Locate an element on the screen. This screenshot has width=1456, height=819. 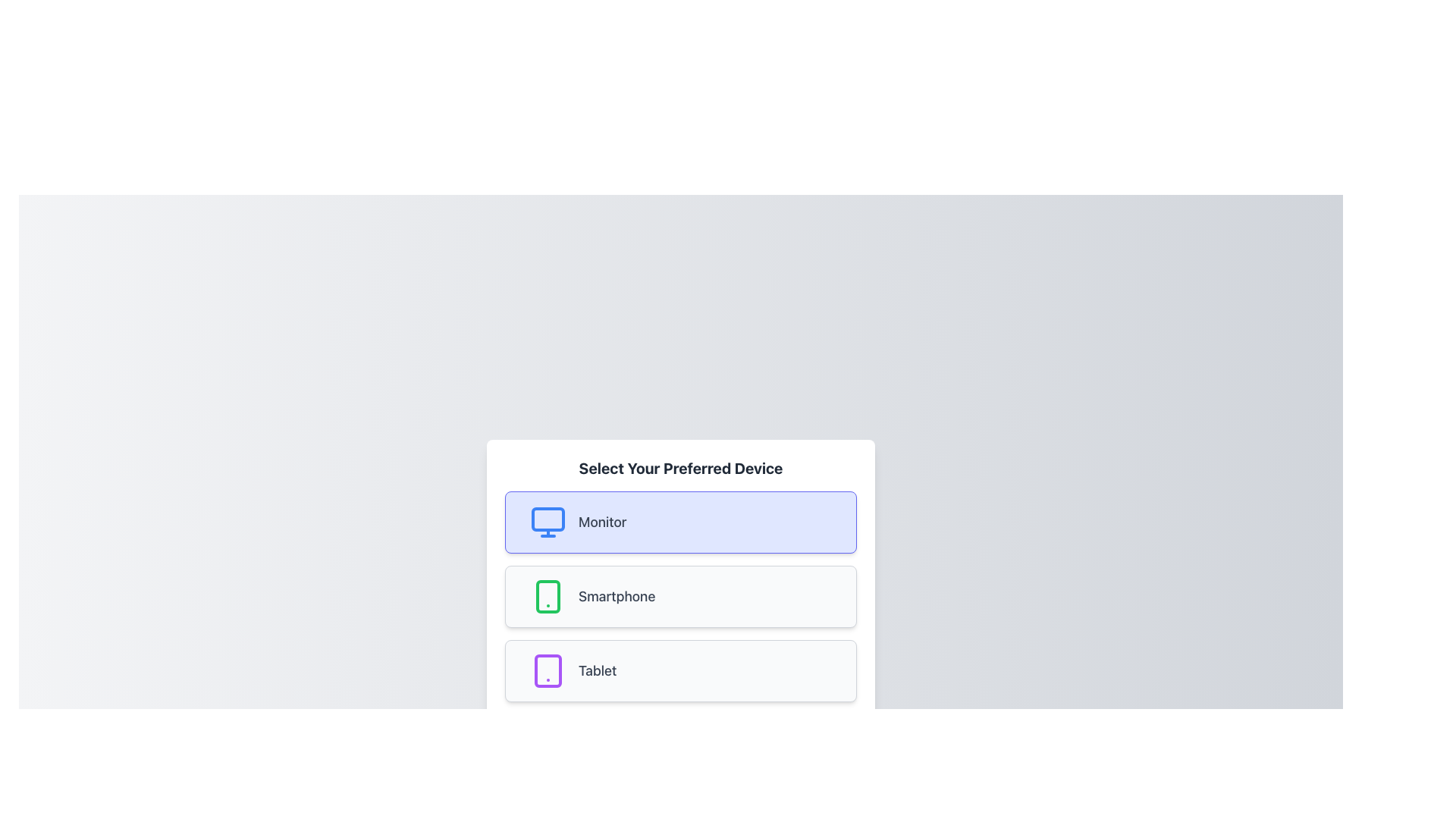
the selectable card labeled 'Smartphone' is located at coordinates (679, 595).